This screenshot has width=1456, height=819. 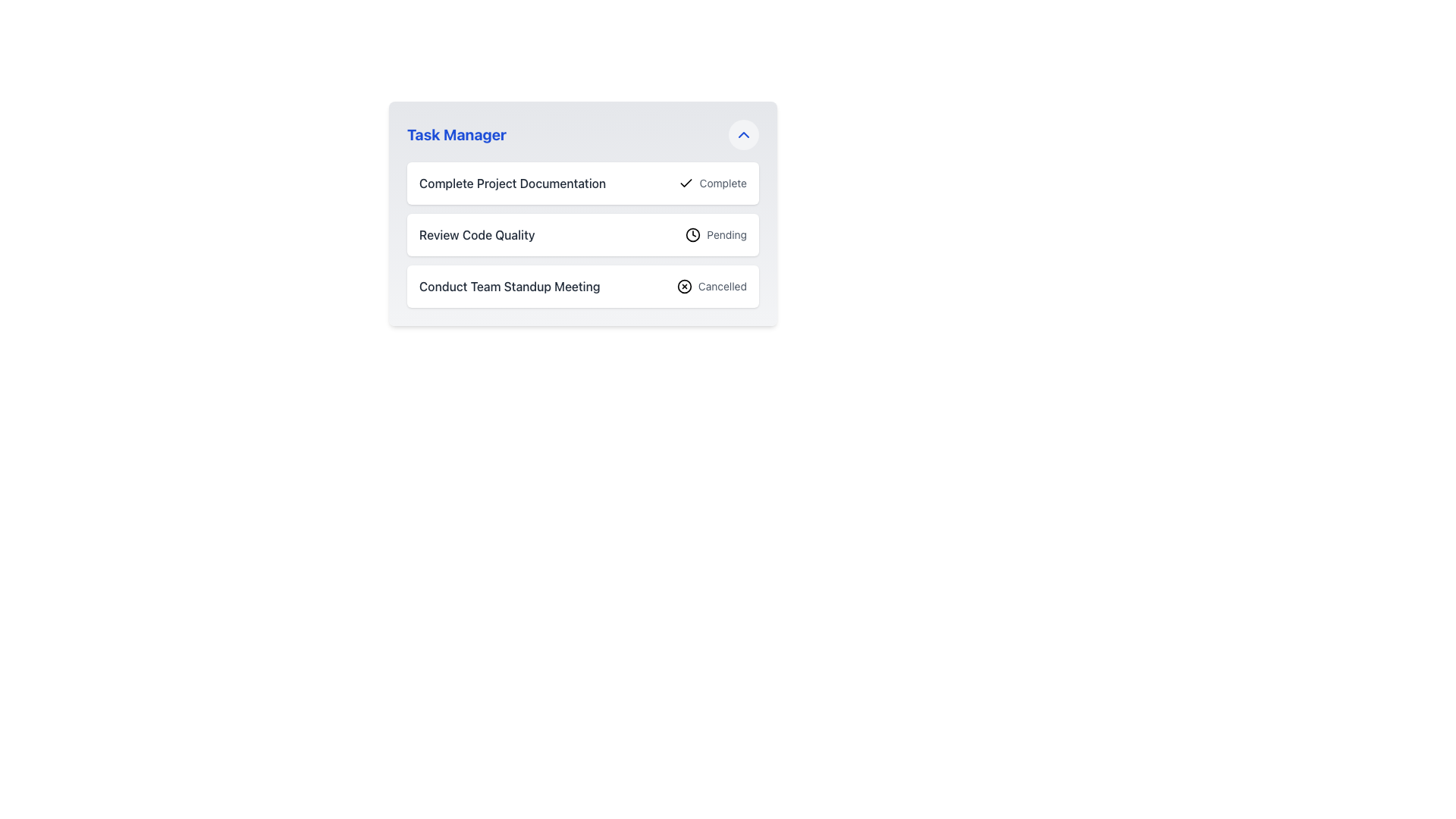 I want to click on the text label containing the phrase 'Conduct Team Standup Meeting' to expand the task details, so click(x=510, y=287).